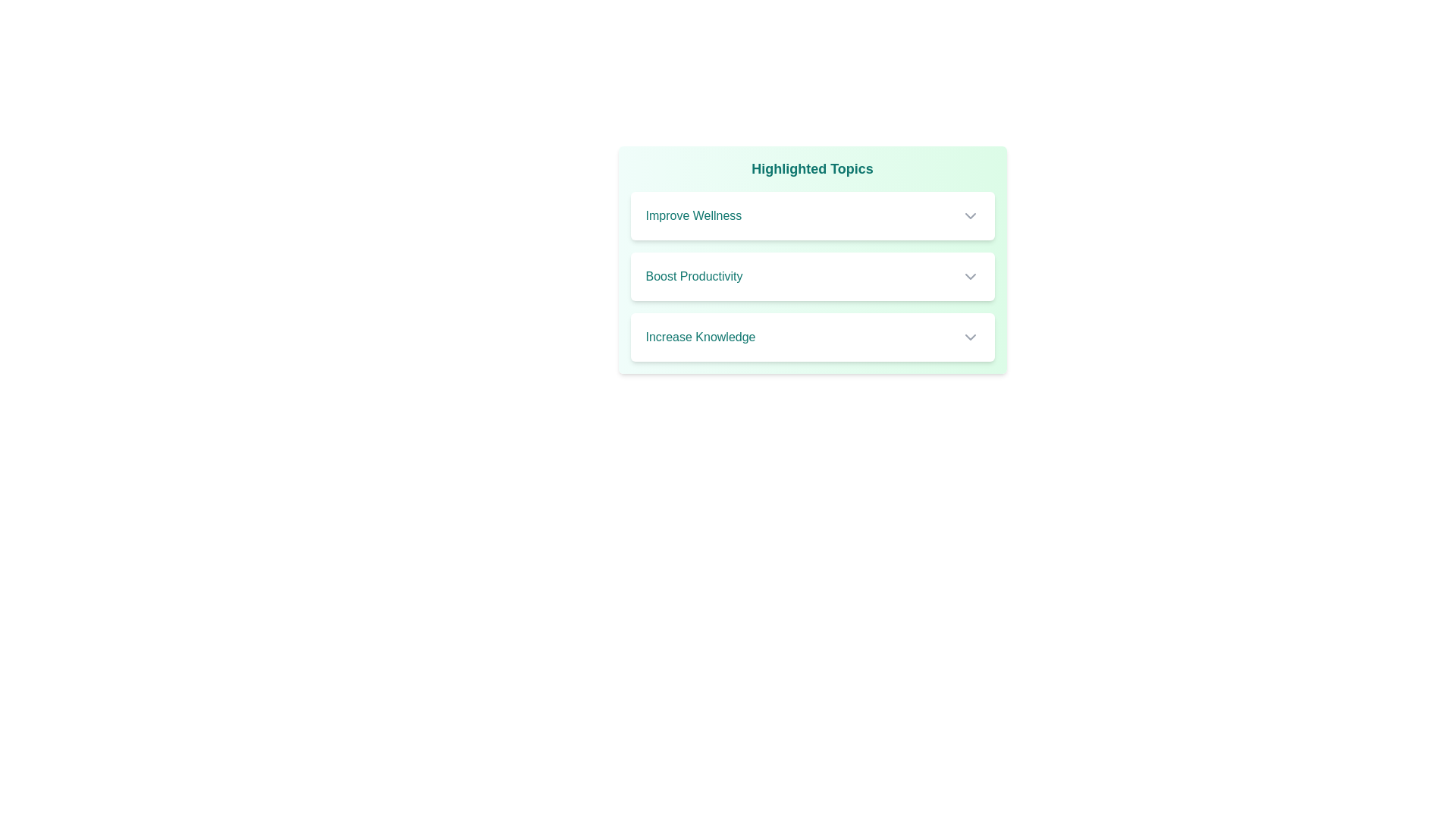 The width and height of the screenshot is (1456, 819). I want to click on the first item, so click(811, 216).